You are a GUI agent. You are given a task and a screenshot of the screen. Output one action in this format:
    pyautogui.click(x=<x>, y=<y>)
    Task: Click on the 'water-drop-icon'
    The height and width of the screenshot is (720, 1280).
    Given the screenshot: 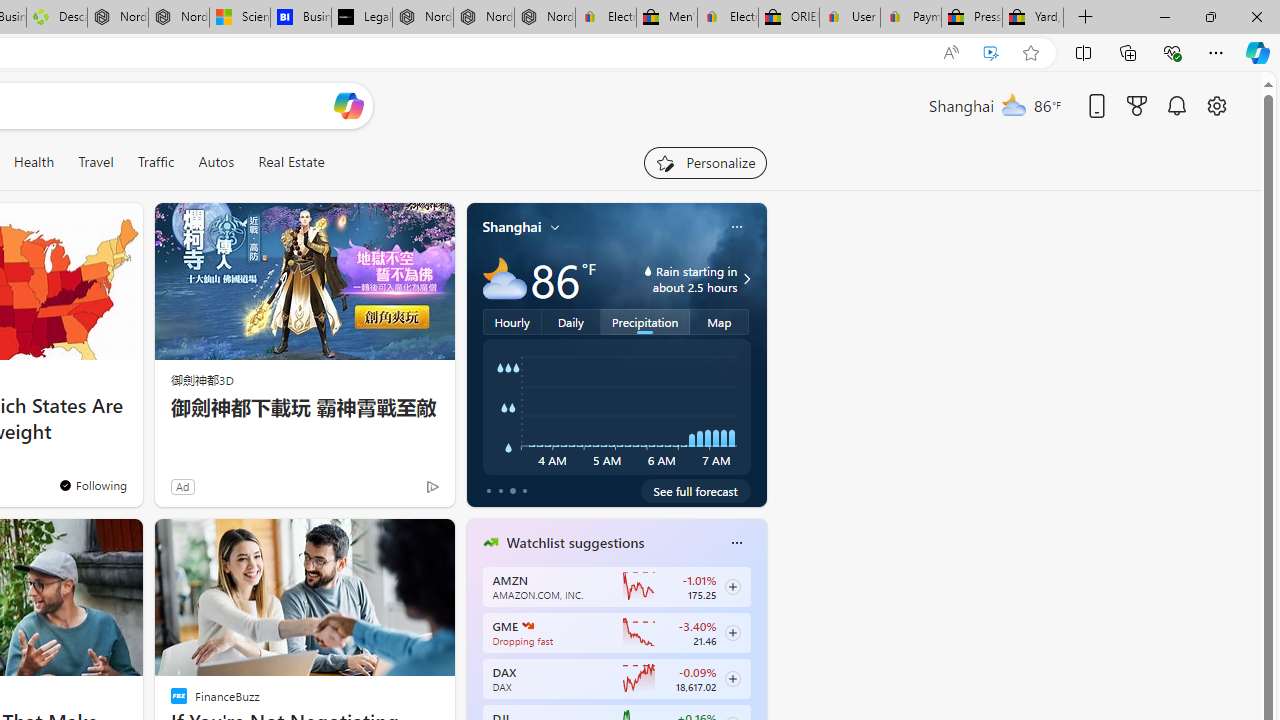 What is the action you would take?
    pyautogui.click(x=648, y=270)
    